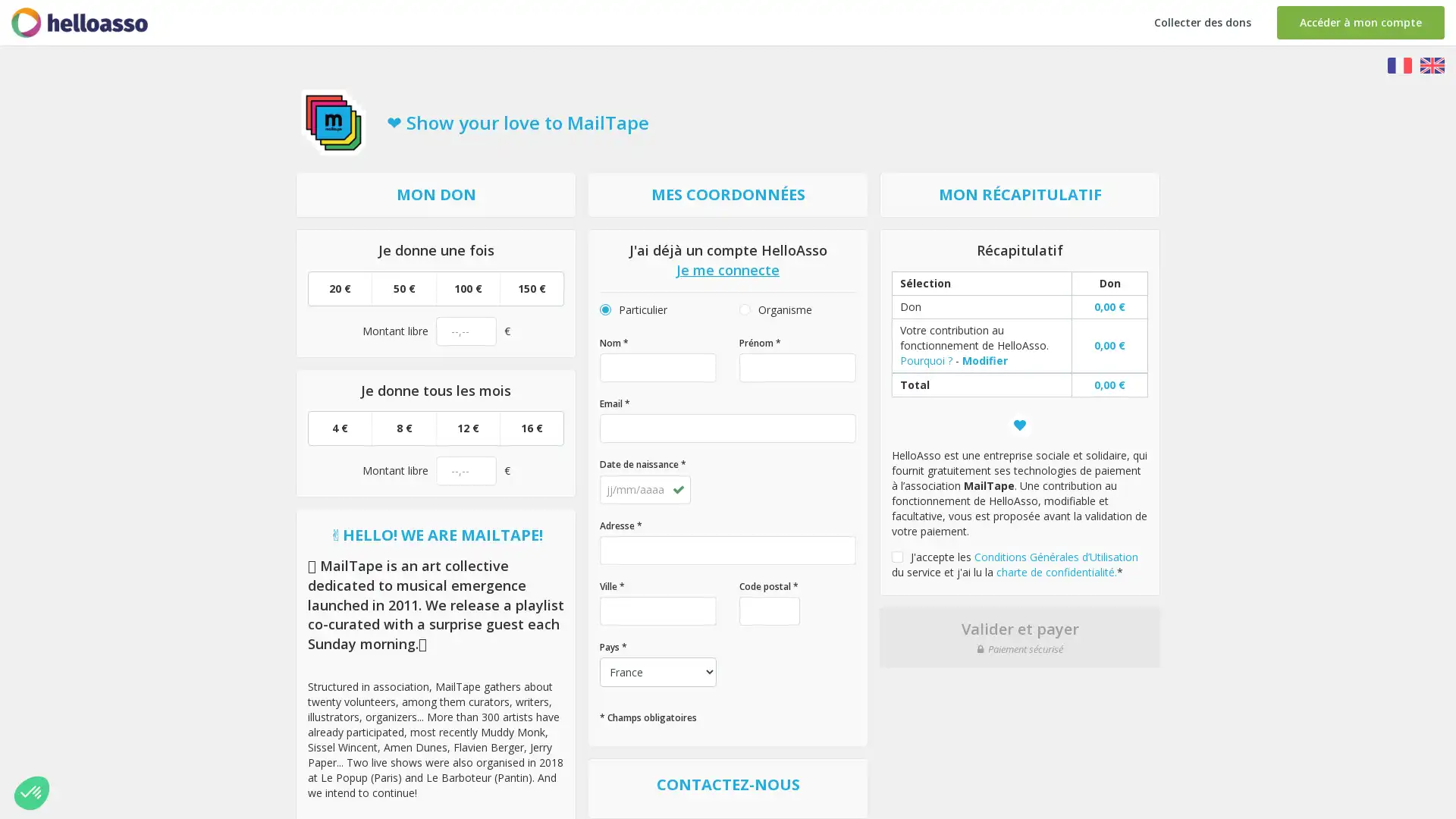 This screenshot has height=819, width=1456. Describe the element at coordinates (32, 792) in the screenshot. I see `Non merci` at that location.